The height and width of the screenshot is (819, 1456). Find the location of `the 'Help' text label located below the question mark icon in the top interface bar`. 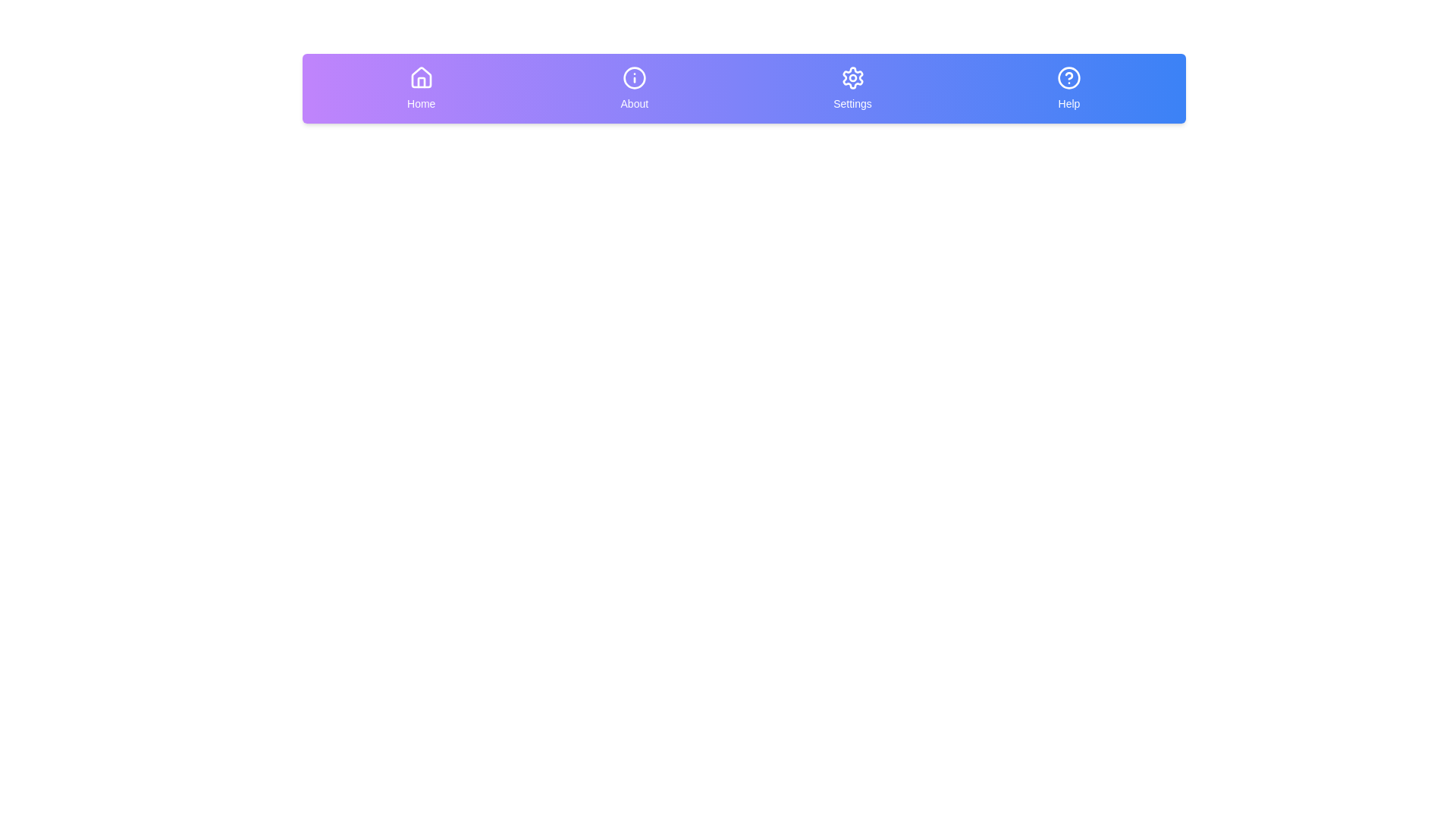

the 'Help' text label located below the question mark icon in the top interface bar is located at coordinates (1068, 103).